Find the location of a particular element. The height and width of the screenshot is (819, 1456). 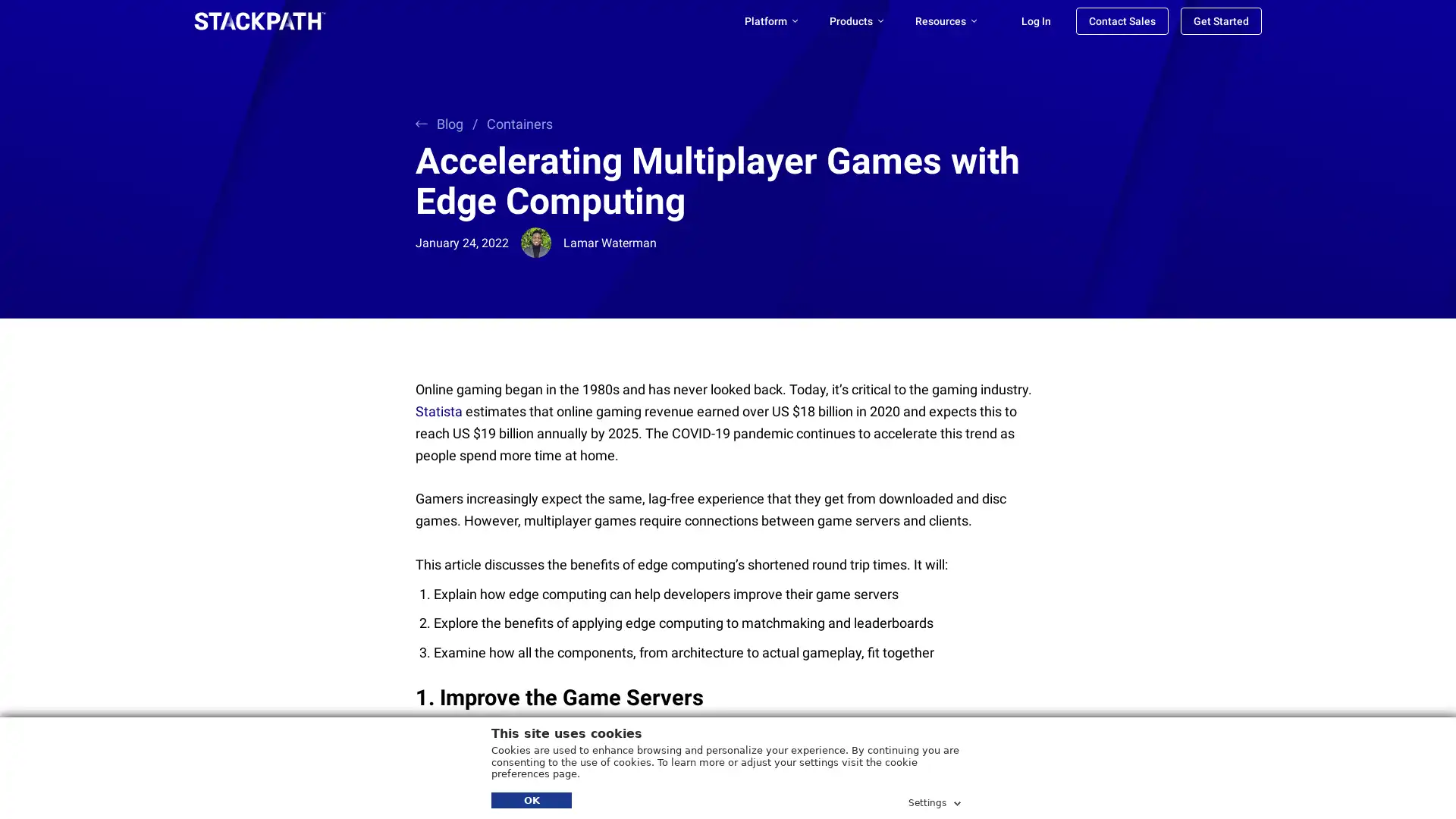

Resources is located at coordinates (945, 20).